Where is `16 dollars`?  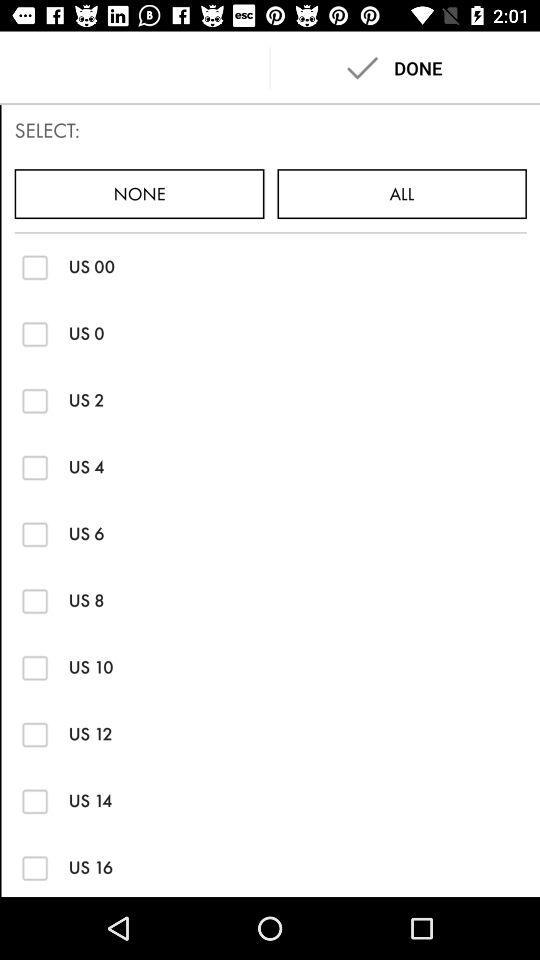
16 dollars is located at coordinates (35, 866).